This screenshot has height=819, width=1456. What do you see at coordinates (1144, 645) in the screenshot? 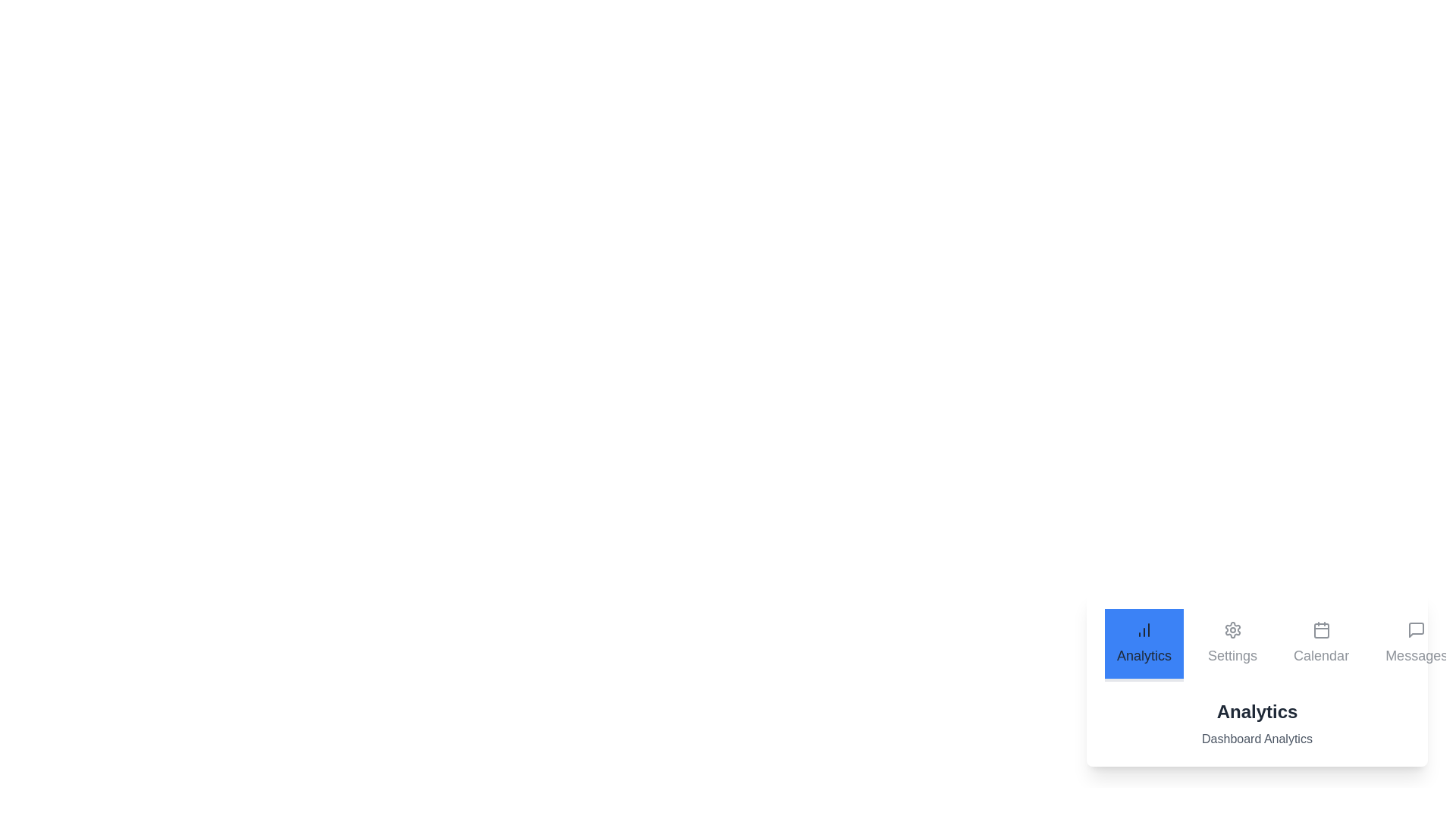
I see `the Analytics tab to observe its content` at bounding box center [1144, 645].